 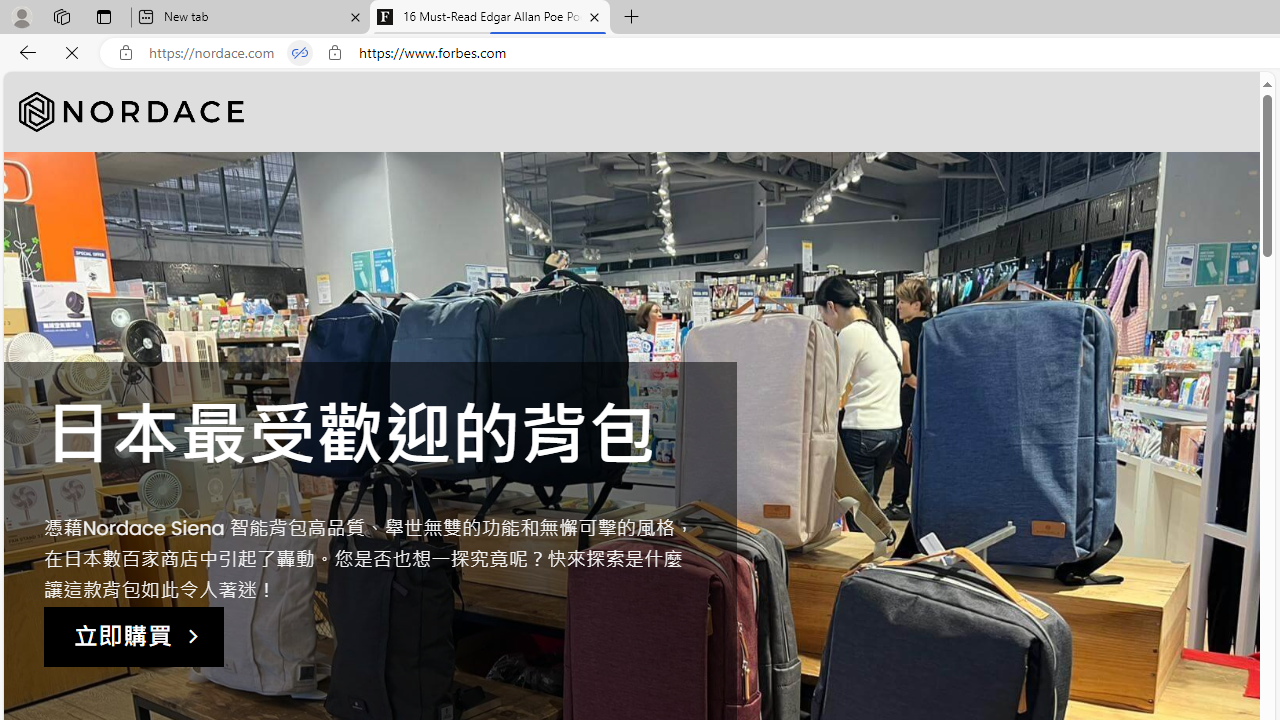 What do you see at coordinates (490, 17) in the screenshot?
I see `'16 Must-Read Edgar Allan Poe Poems And Short Stories'` at bounding box center [490, 17].